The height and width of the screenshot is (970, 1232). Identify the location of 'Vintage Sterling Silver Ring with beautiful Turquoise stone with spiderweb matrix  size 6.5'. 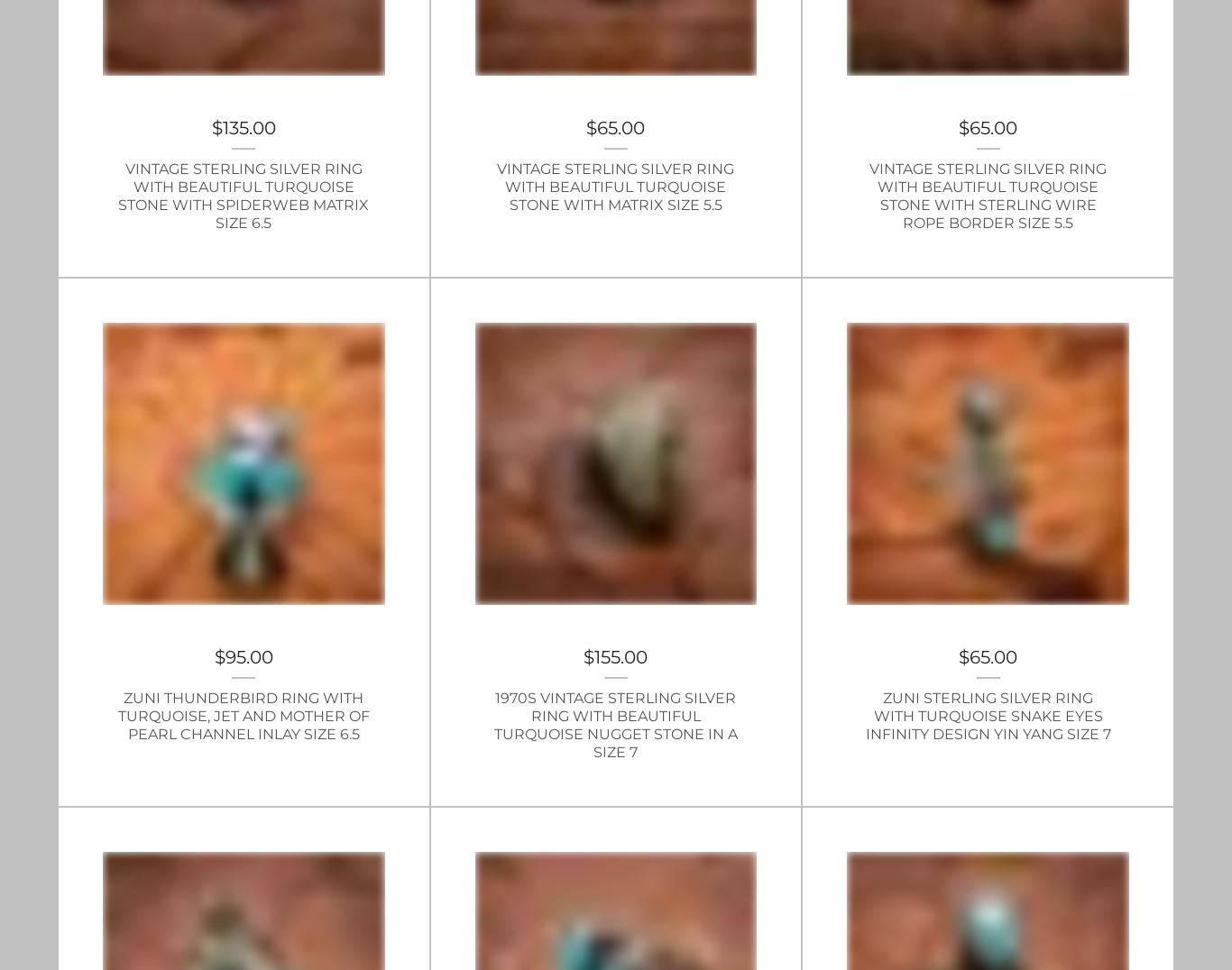
(116, 194).